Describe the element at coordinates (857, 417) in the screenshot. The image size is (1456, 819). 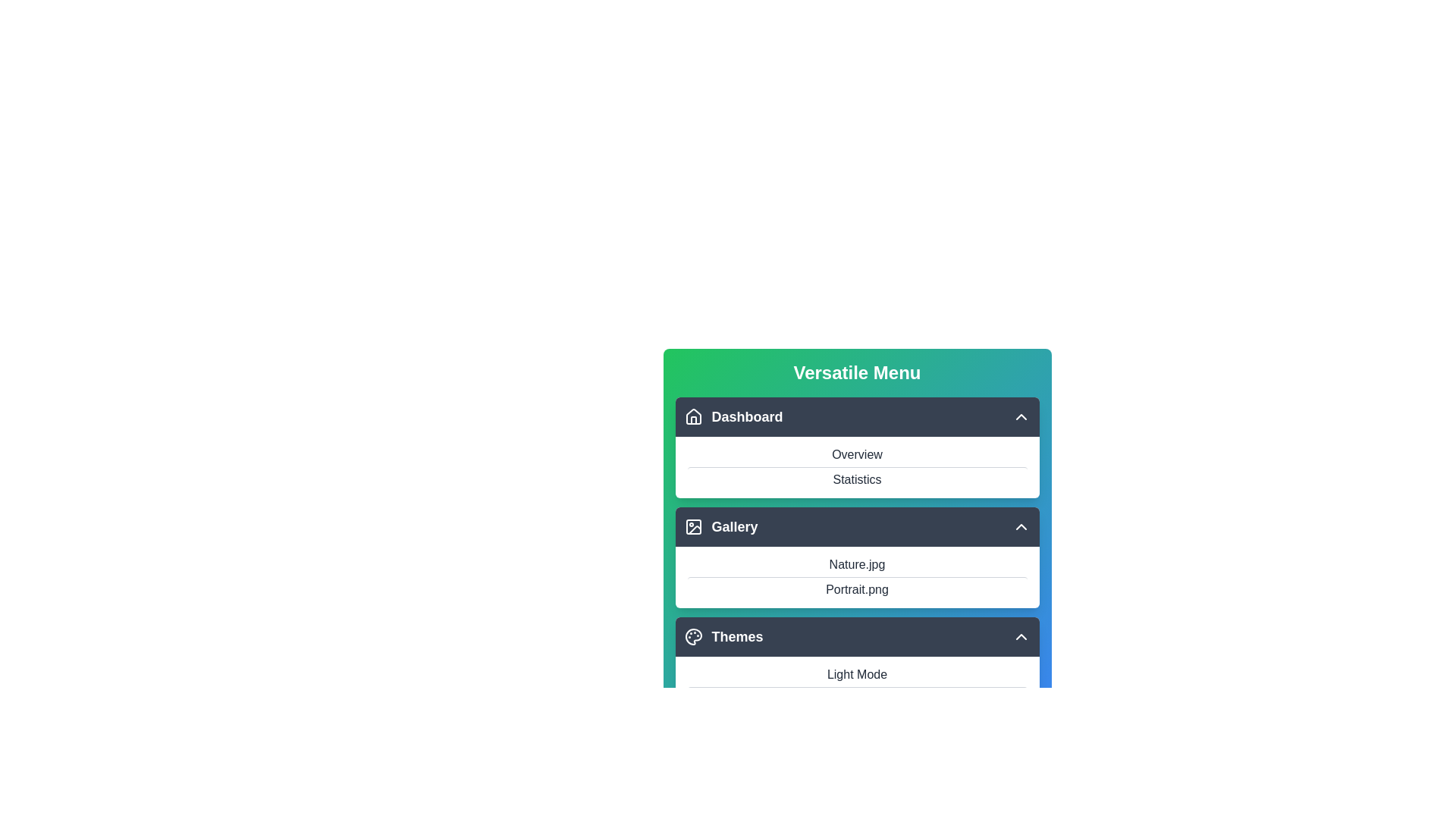
I see `the item Portrait.png from the section Dashboard` at that location.